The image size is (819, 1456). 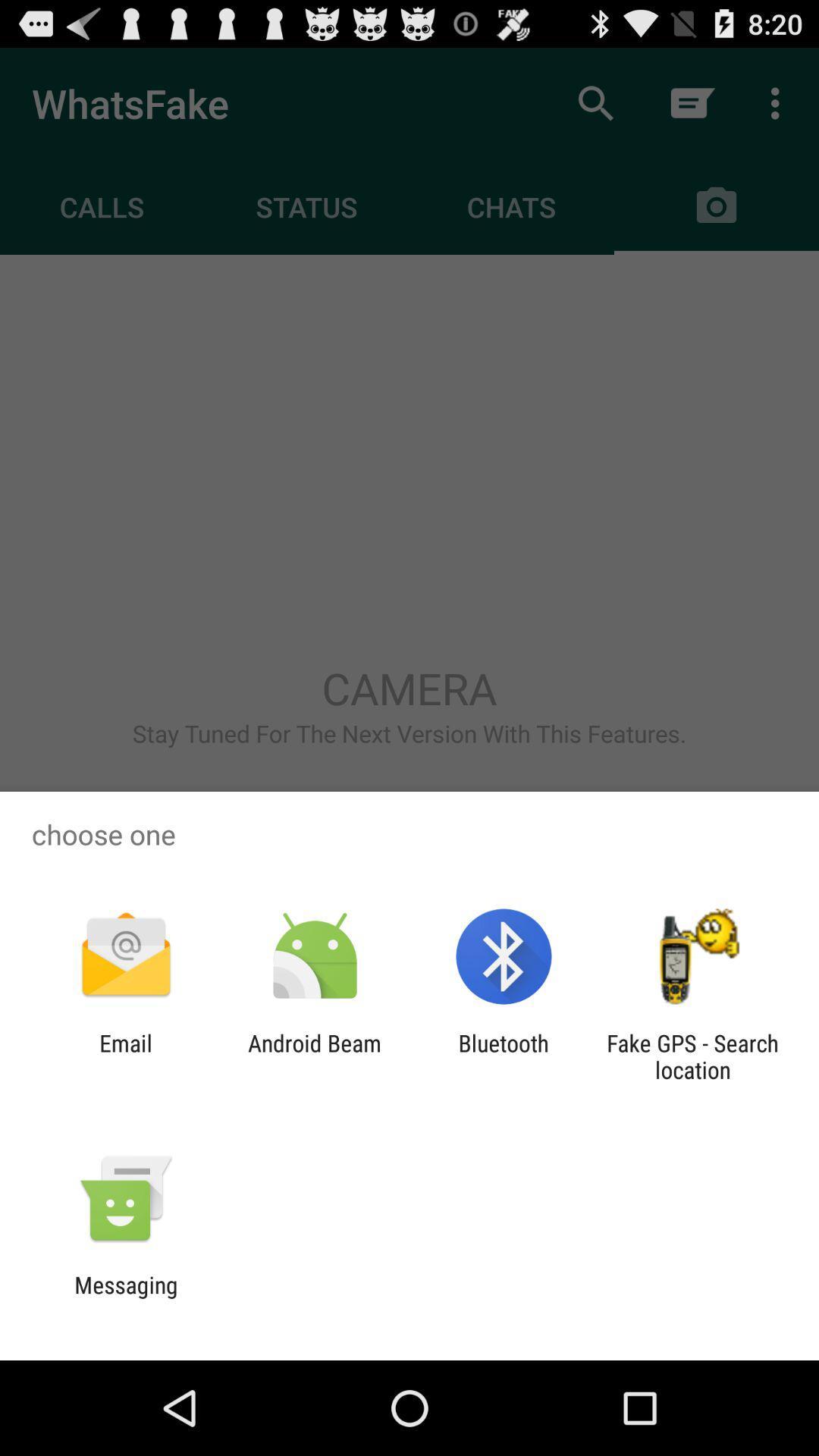 What do you see at coordinates (314, 1056) in the screenshot?
I see `the icon next to bluetooth app` at bounding box center [314, 1056].